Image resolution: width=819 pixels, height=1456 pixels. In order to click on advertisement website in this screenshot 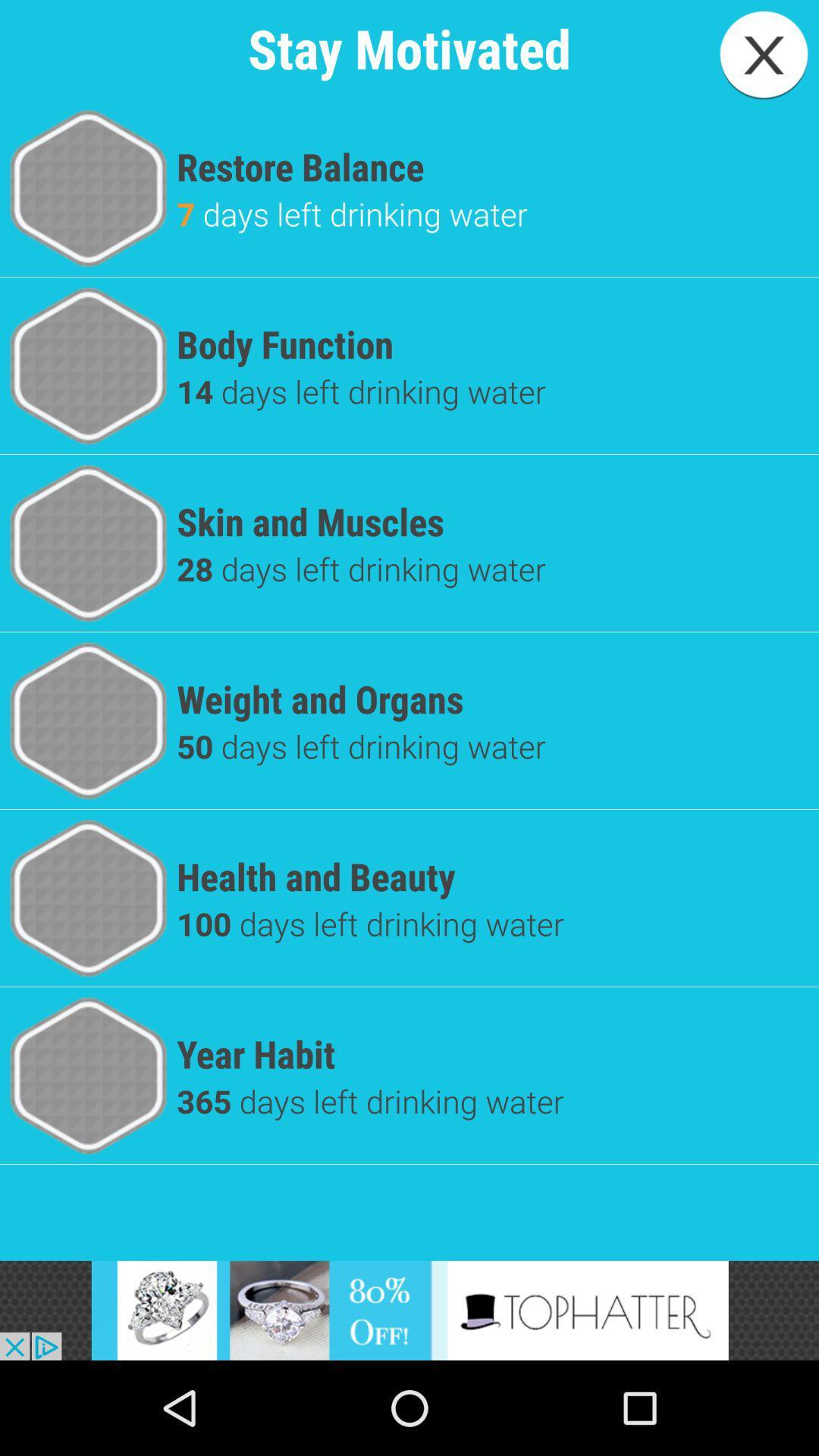, I will do `click(409, 1310)`.